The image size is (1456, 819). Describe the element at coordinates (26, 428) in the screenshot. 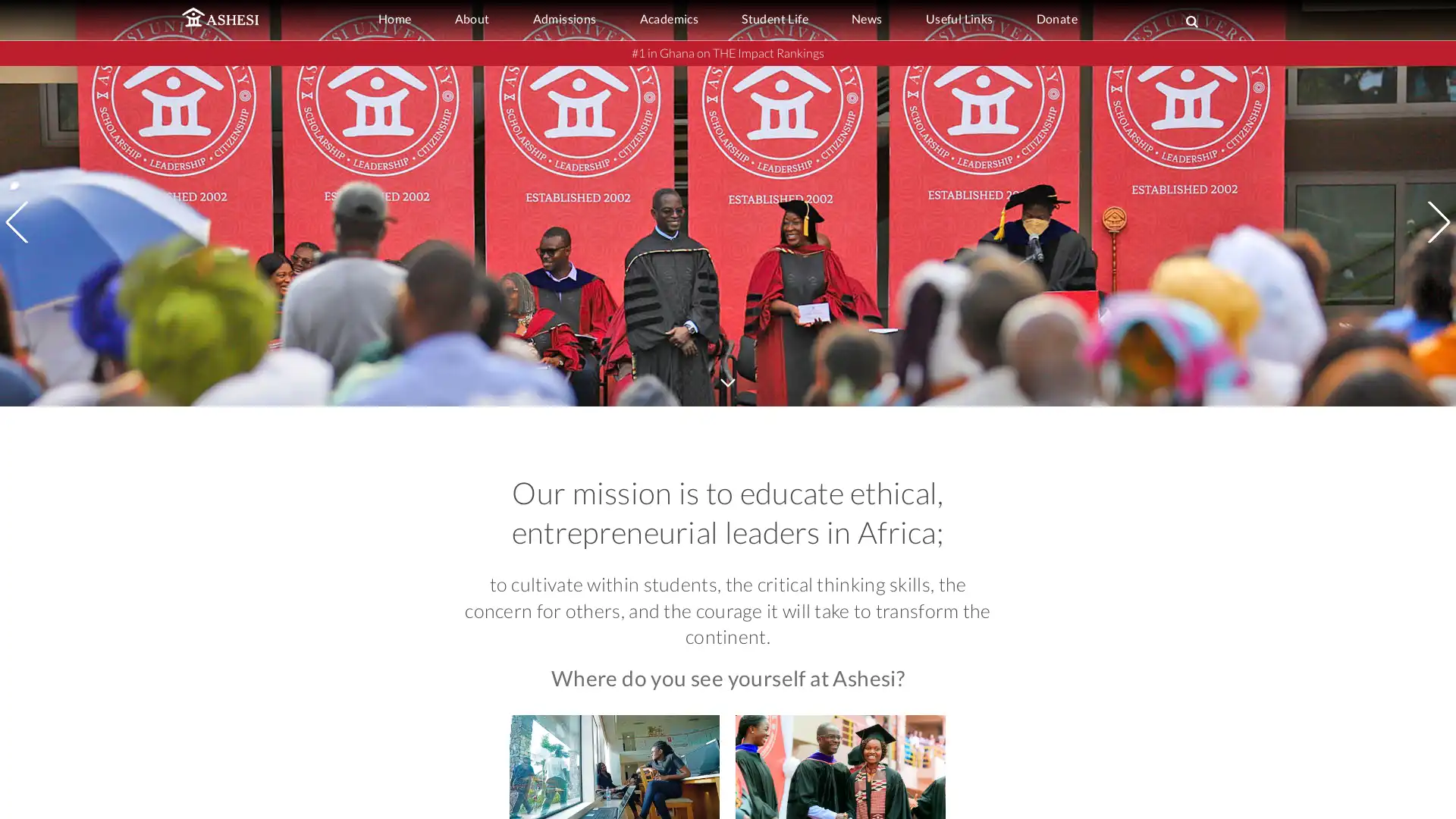

I see `Previous` at that location.